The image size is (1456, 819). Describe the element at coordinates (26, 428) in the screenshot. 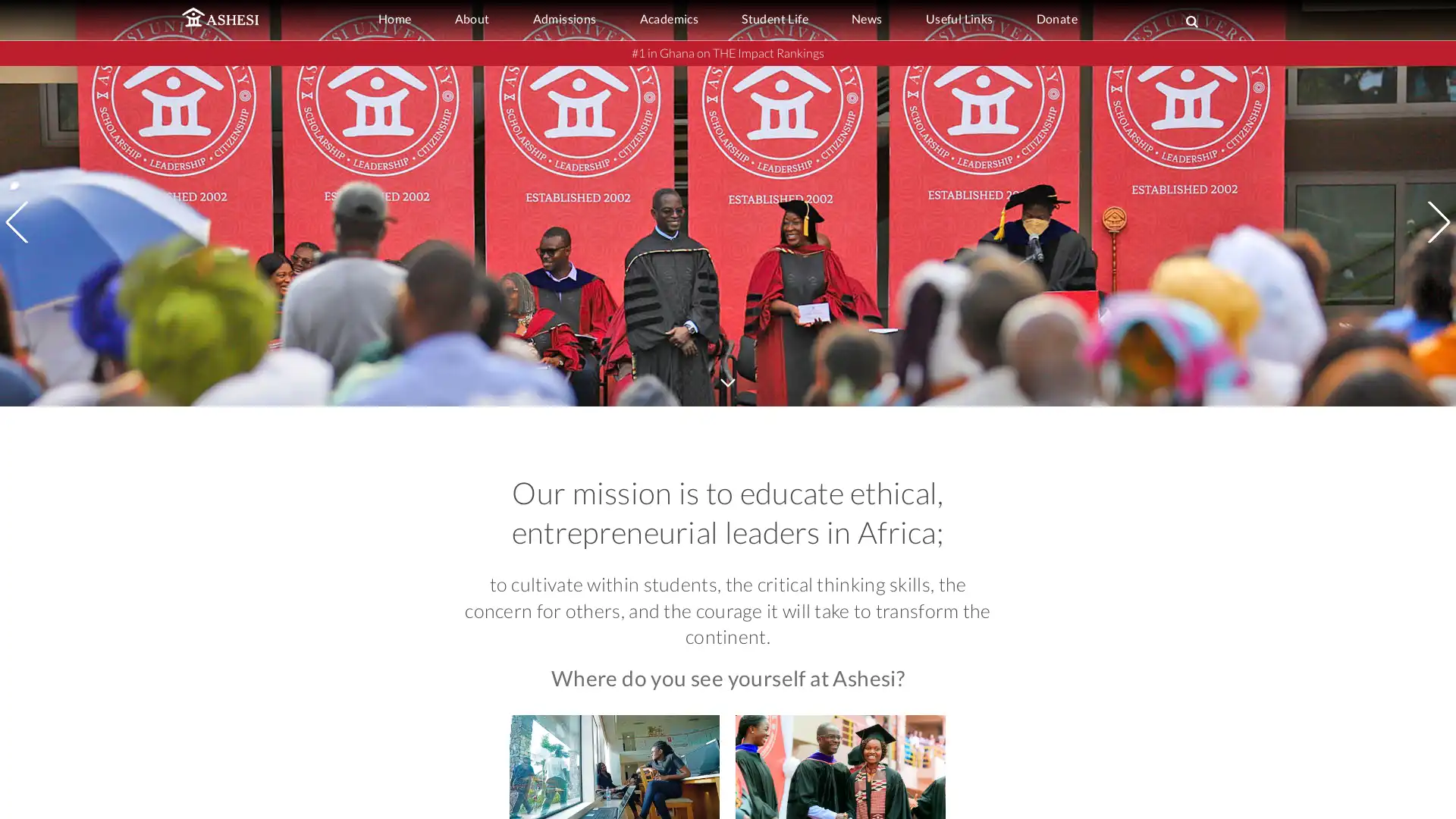

I see `Previous` at that location.